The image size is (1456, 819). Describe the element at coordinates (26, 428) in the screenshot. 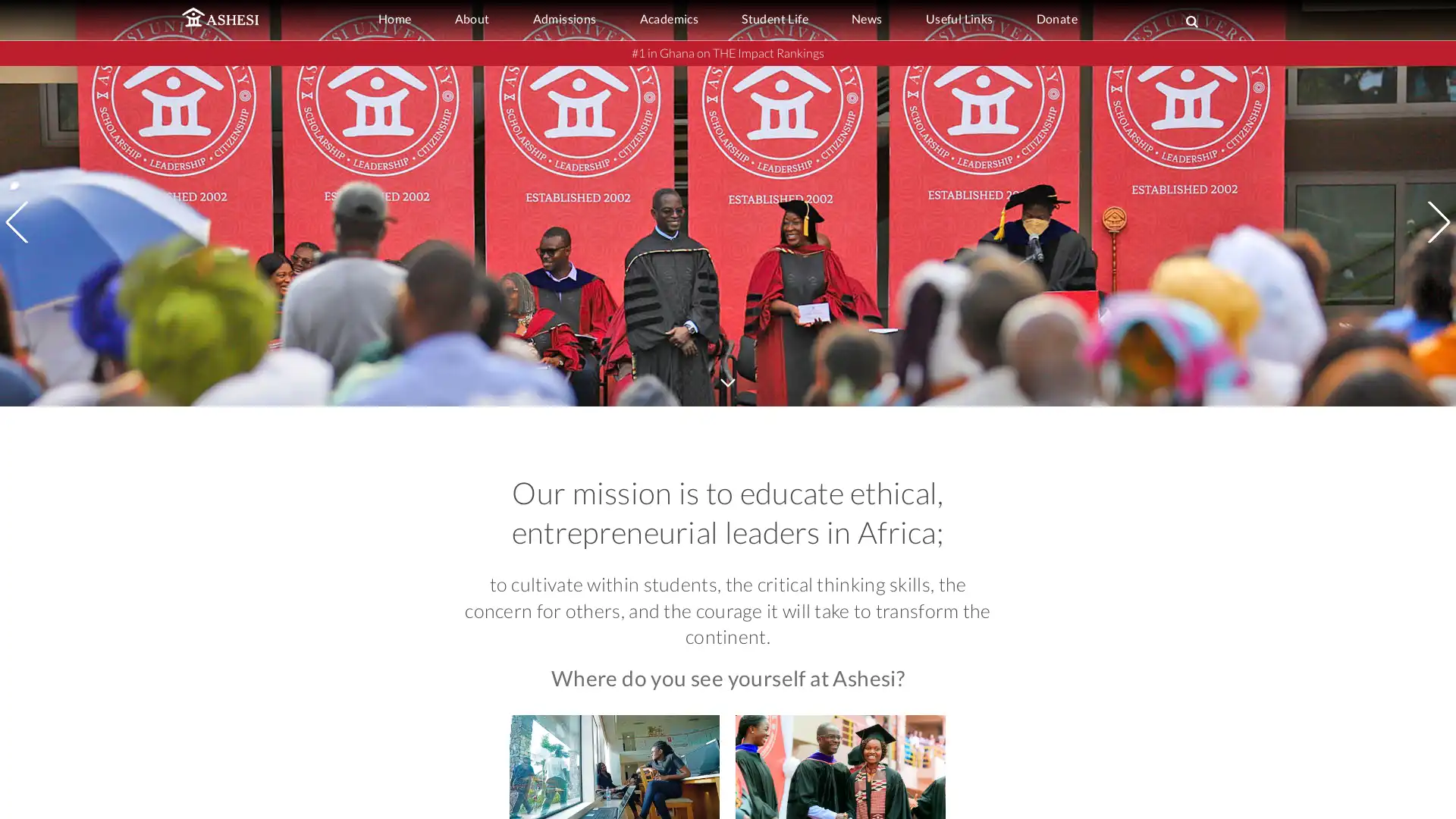

I see `Previous` at that location.